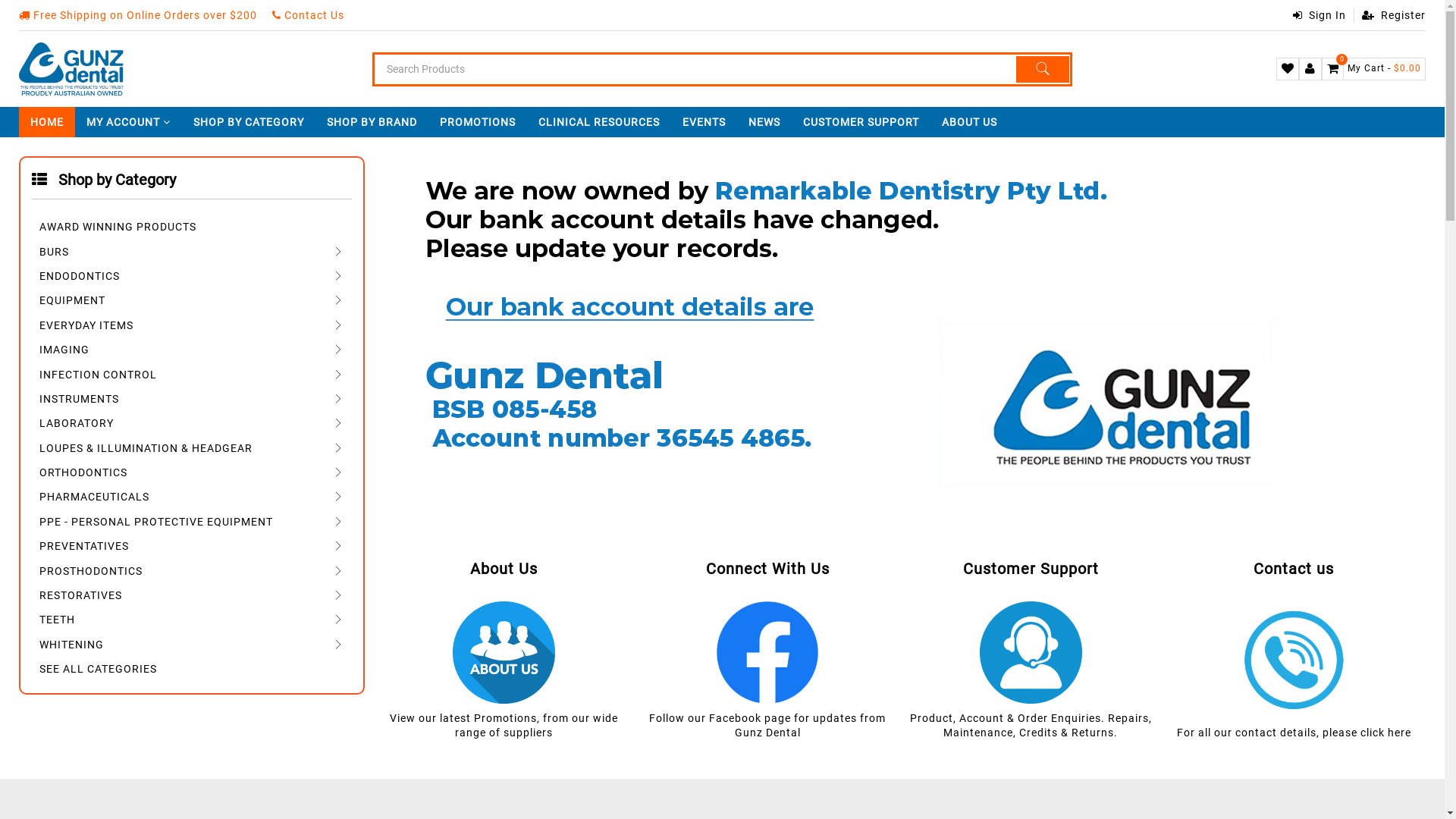 The height and width of the screenshot is (819, 1456). What do you see at coordinates (648, 724) in the screenshot?
I see `'Follow our Facebook page for updates from Gunz Dental'` at bounding box center [648, 724].